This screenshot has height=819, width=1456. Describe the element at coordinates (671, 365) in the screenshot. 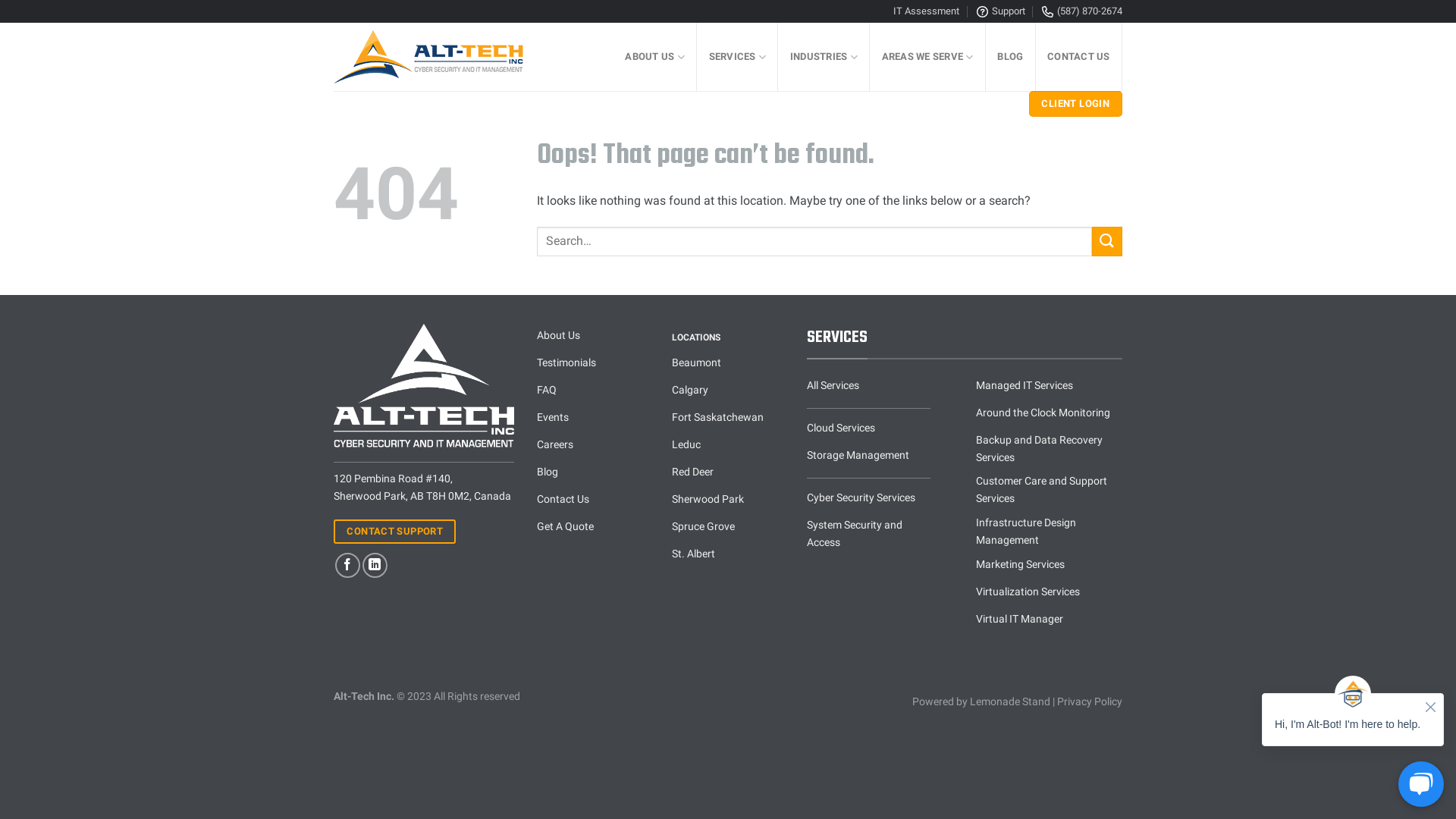

I see `'Beaumont'` at that location.